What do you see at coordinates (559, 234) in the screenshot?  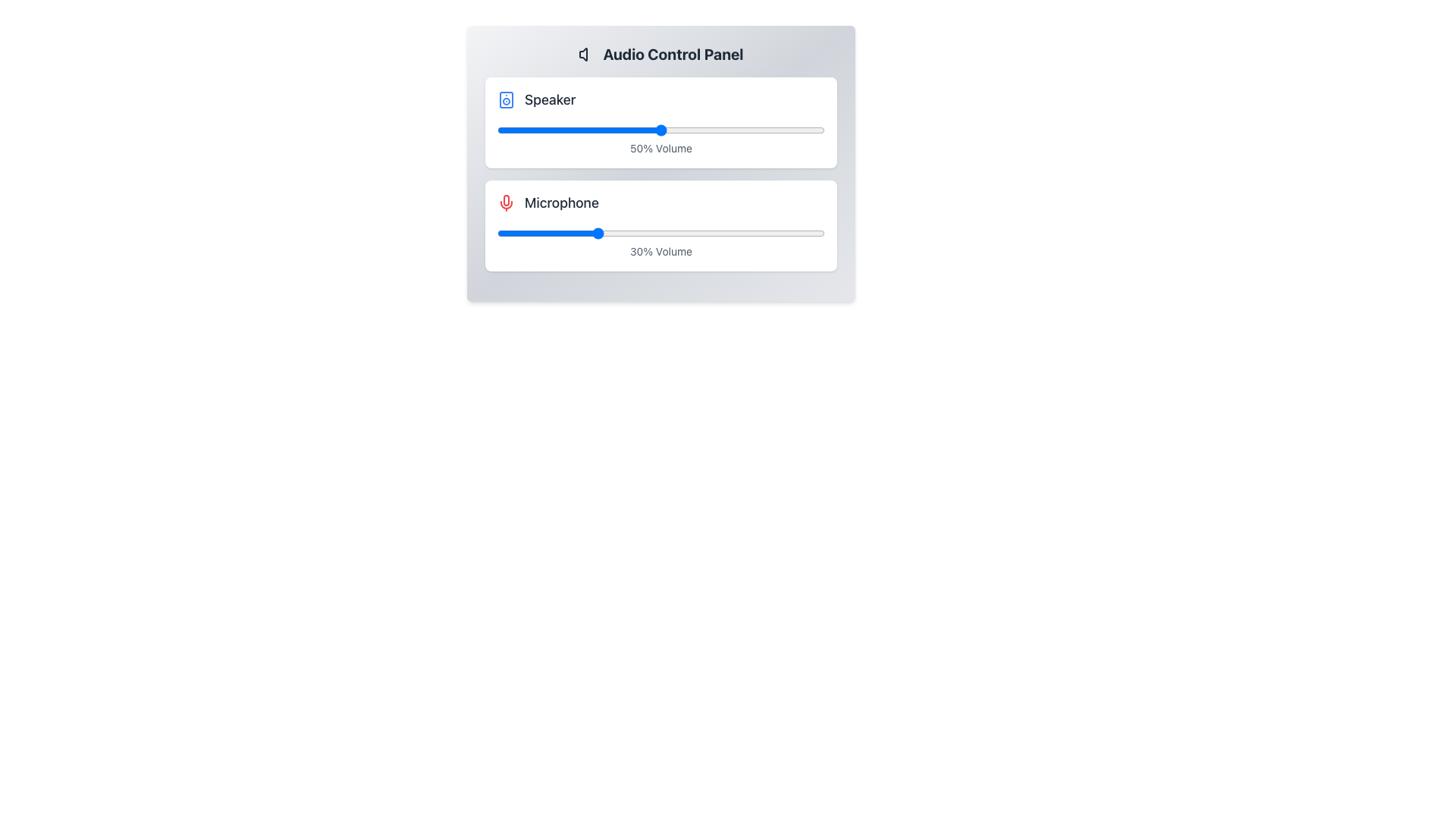 I see `the microphone volume` at bounding box center [559, 234].